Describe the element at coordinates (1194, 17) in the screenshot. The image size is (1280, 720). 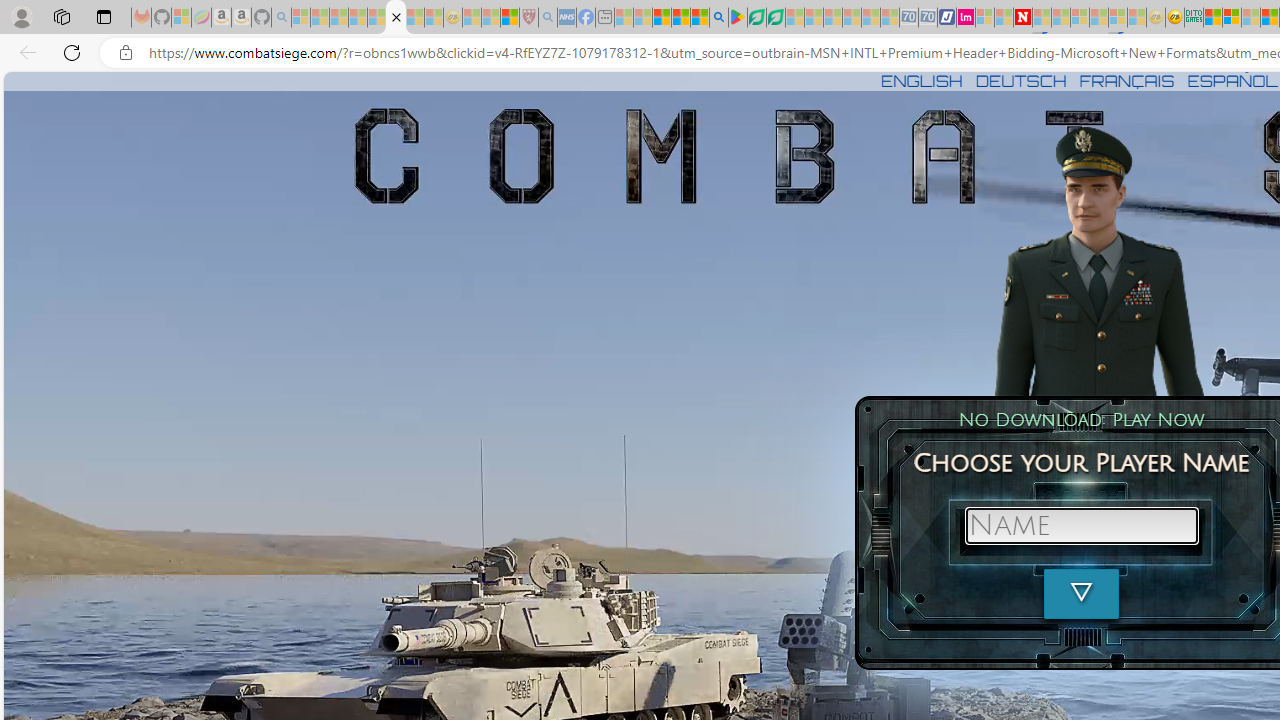
I see `'DITOGAMES AG Imprint'` at that location.